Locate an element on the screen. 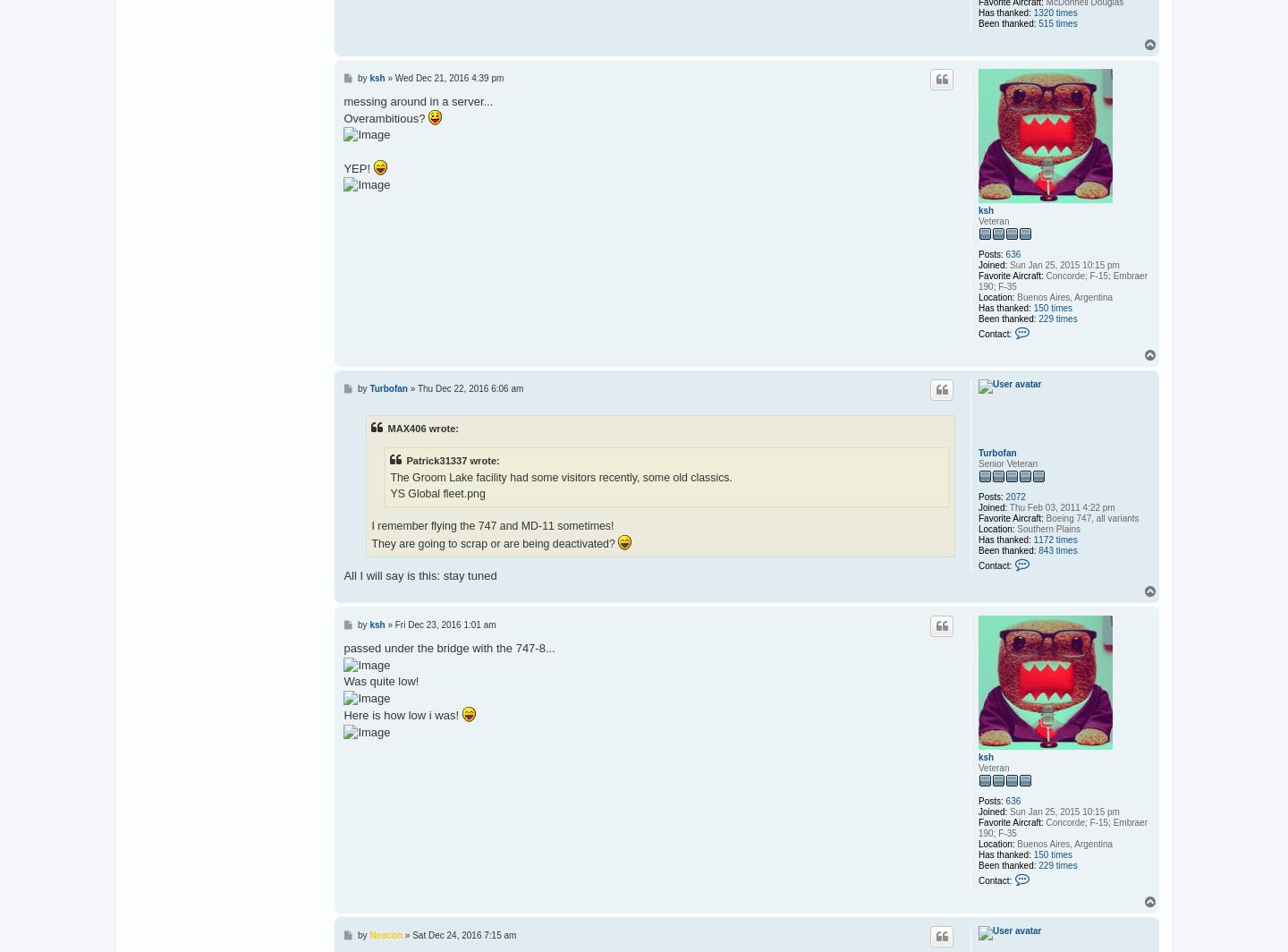 This screenshot has height=952, width=1288. '843 times' is located at coordinates (1038, 550).